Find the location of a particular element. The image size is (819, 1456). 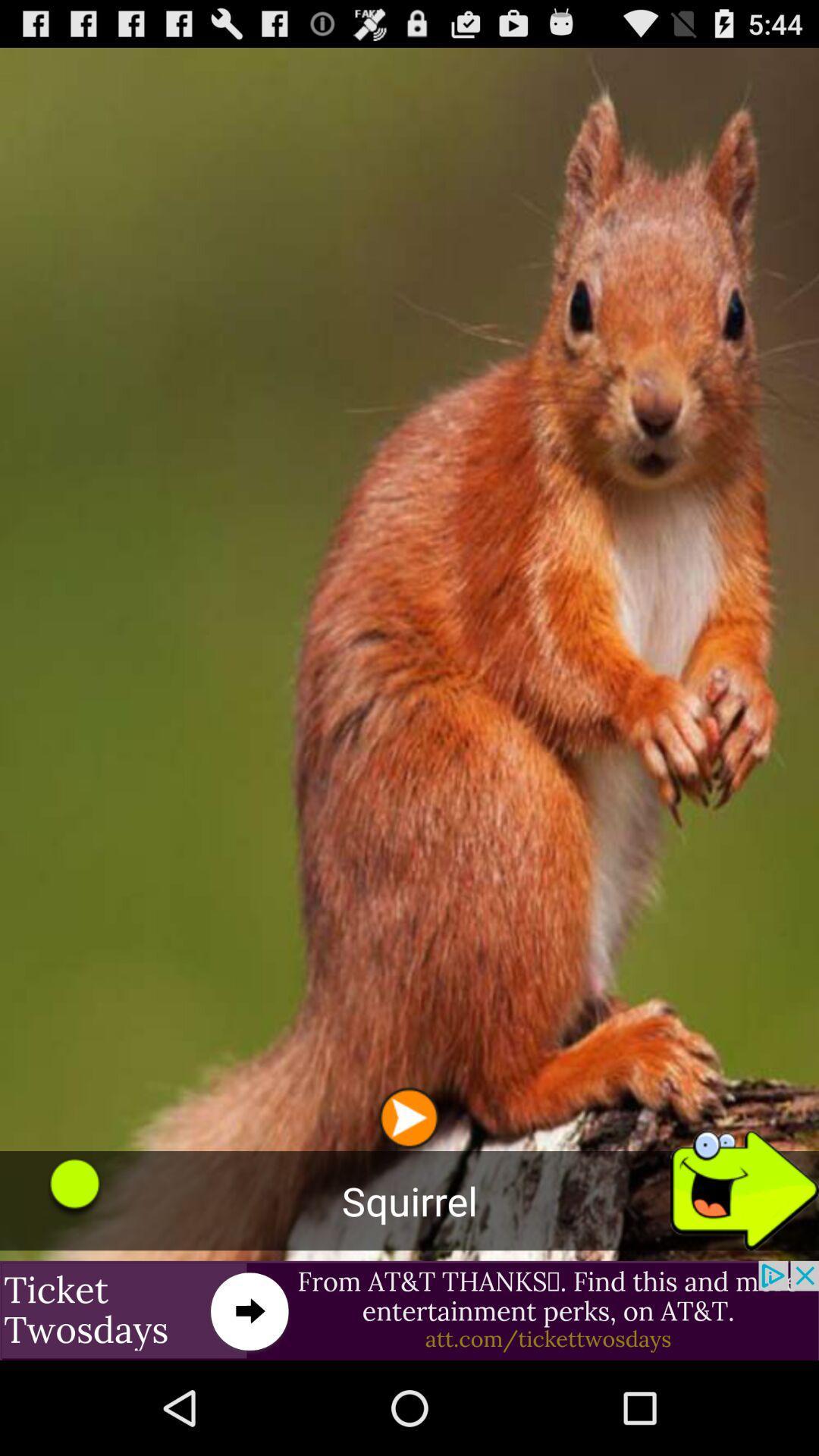

the play icon is located at coordinates (408, 1195).